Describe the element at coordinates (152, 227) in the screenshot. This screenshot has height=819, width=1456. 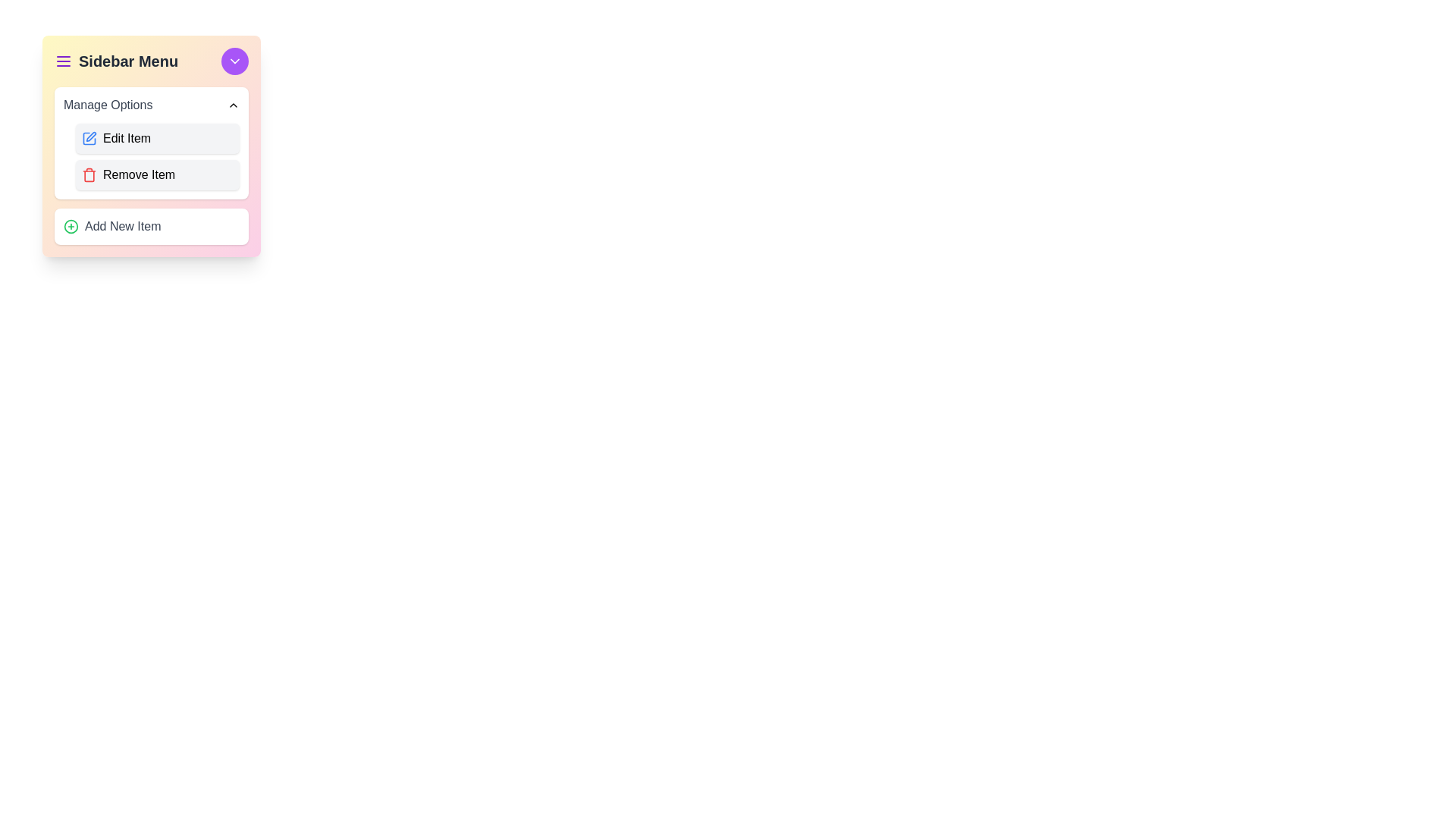
I see `the rectangular button with a white background, rounded corners, and a green plus icon on the left, labeled 'Add New Item'` at that location.